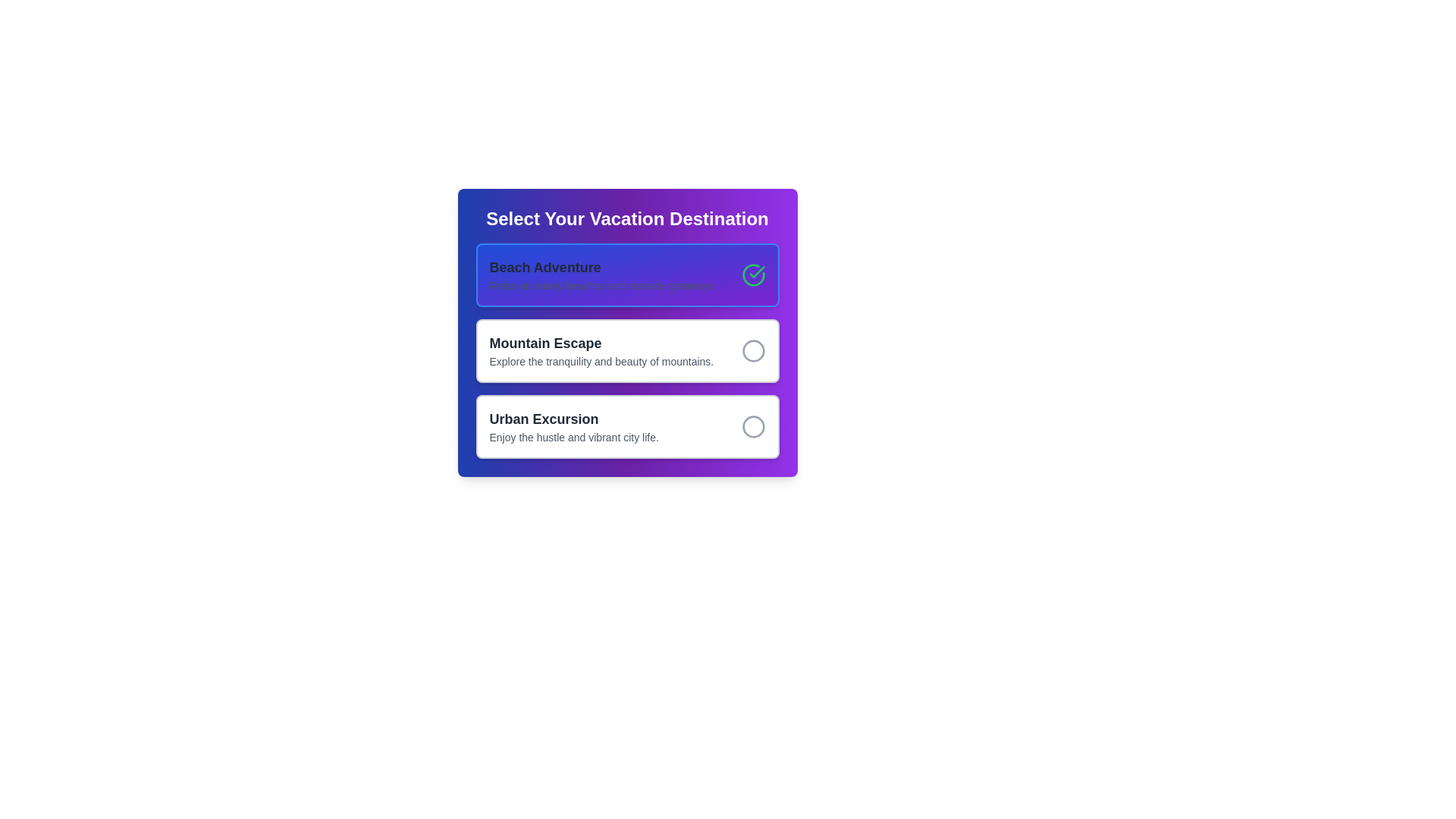 The image size is (1456, 819). What do you see at coordinates (753, 275) in the screenshot?
I see `the Checkmark icon located at the top-right corner of the 'Beach Adventure' option to deselect this vacation destination` at bounding box center [753, 275].